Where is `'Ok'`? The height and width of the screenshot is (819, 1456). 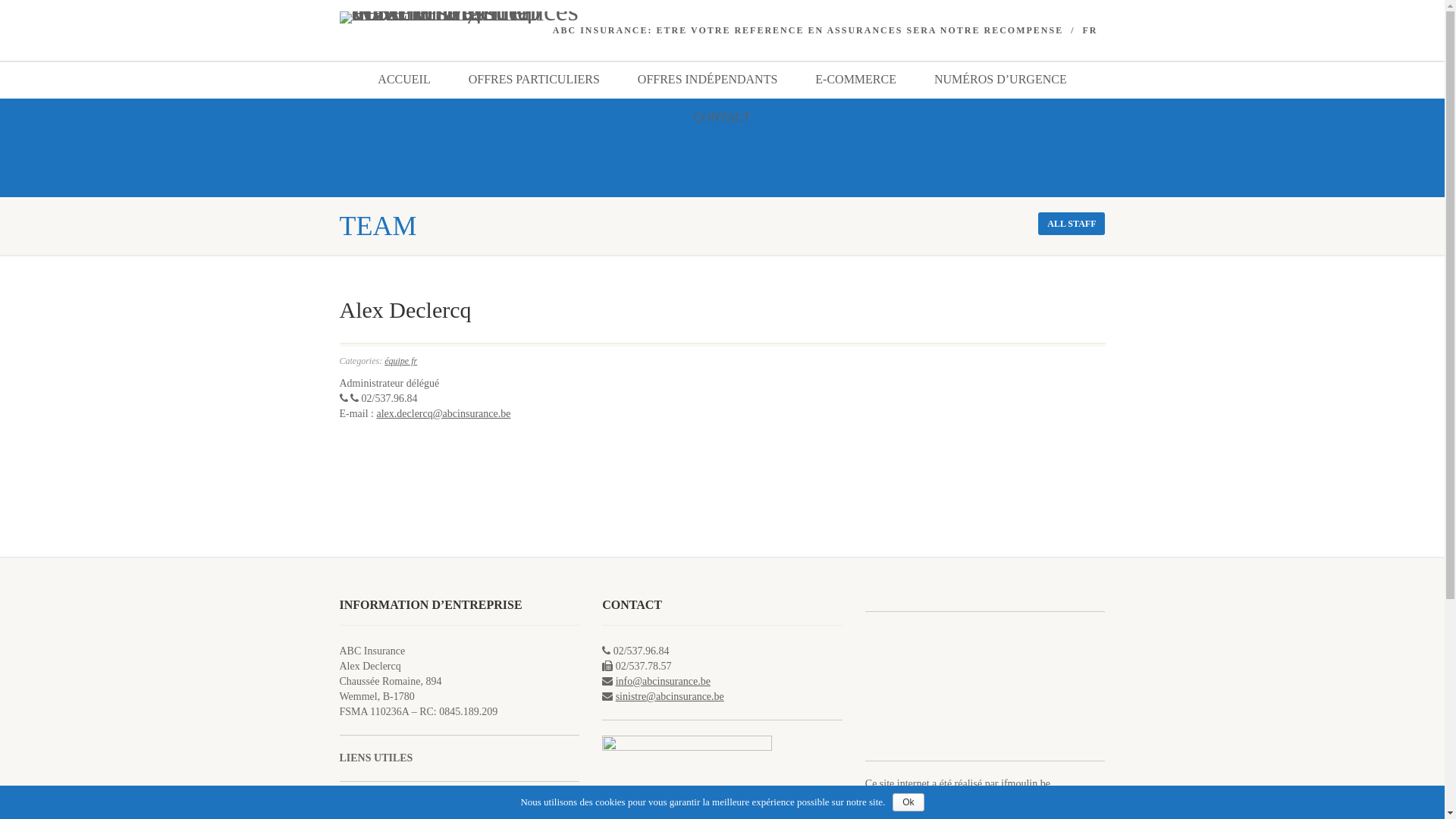
'Ok' is located at coordinates (908, 801).